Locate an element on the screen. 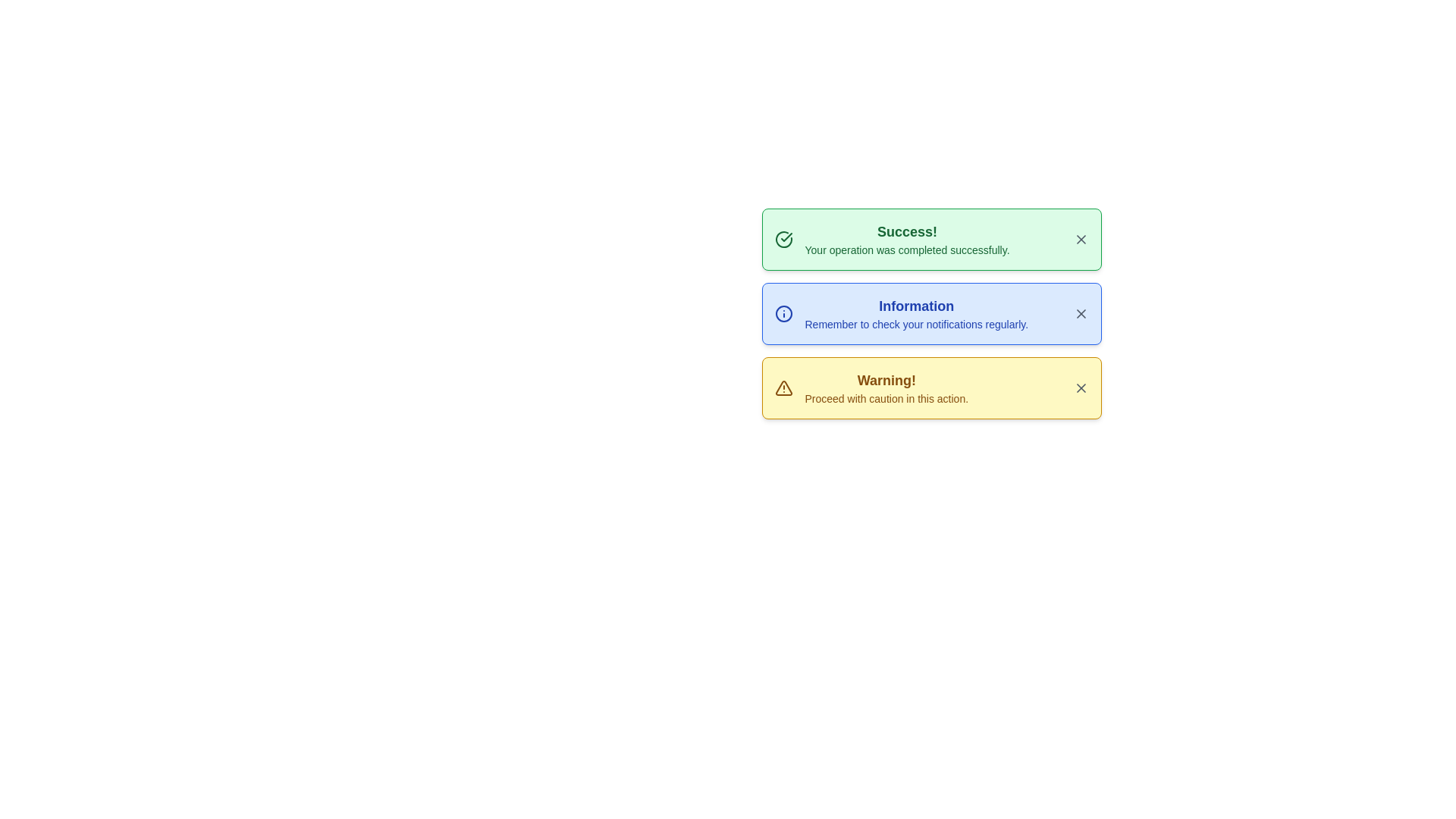  the Checkmark graphic within the 'Success!' button to indicate a successful operation is located at coordinates (786, 237).